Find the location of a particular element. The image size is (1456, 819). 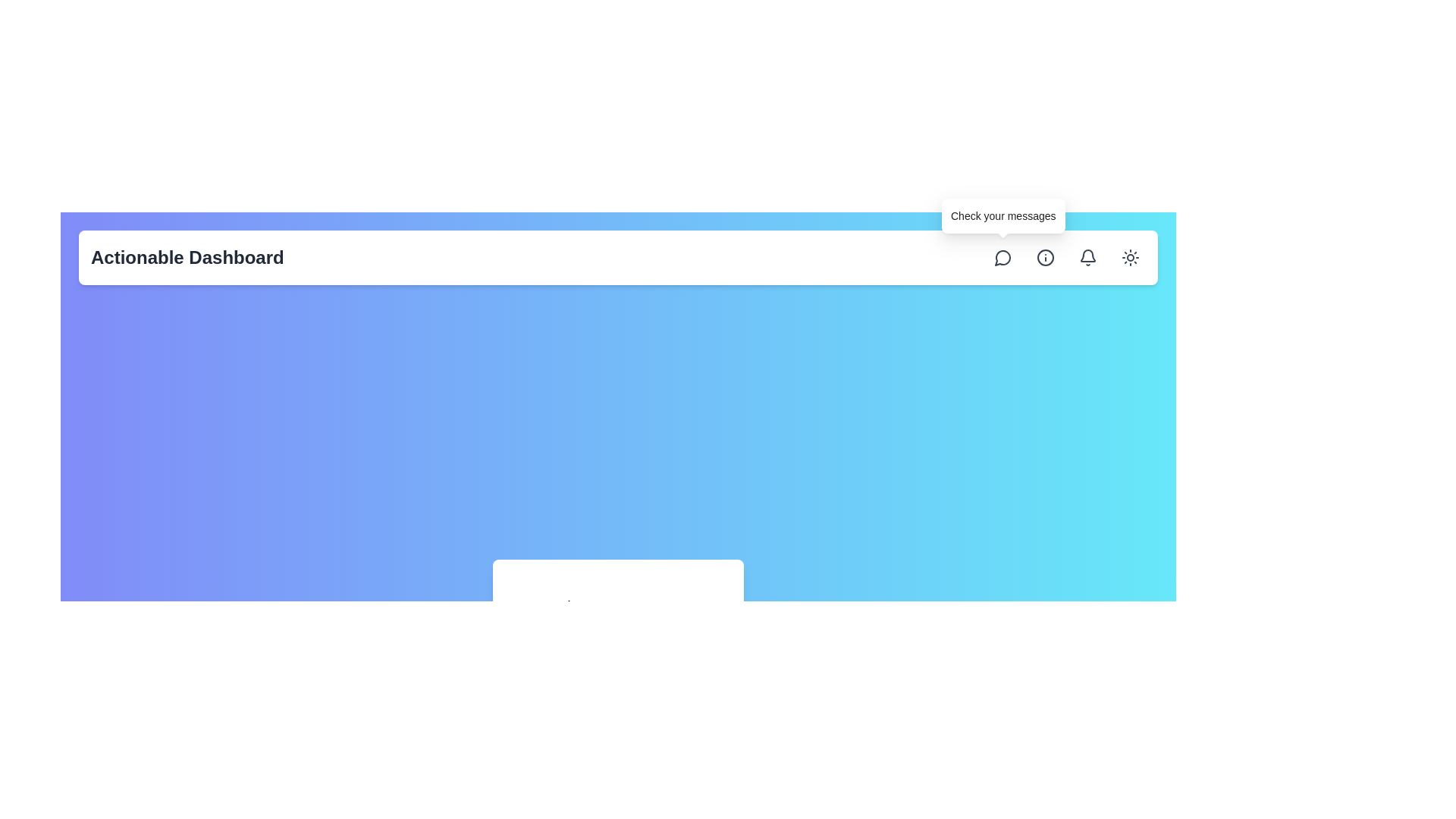

the circular speech bubble icon in the top-right corner of the navigation bar is located at coordinates (1003, 256).